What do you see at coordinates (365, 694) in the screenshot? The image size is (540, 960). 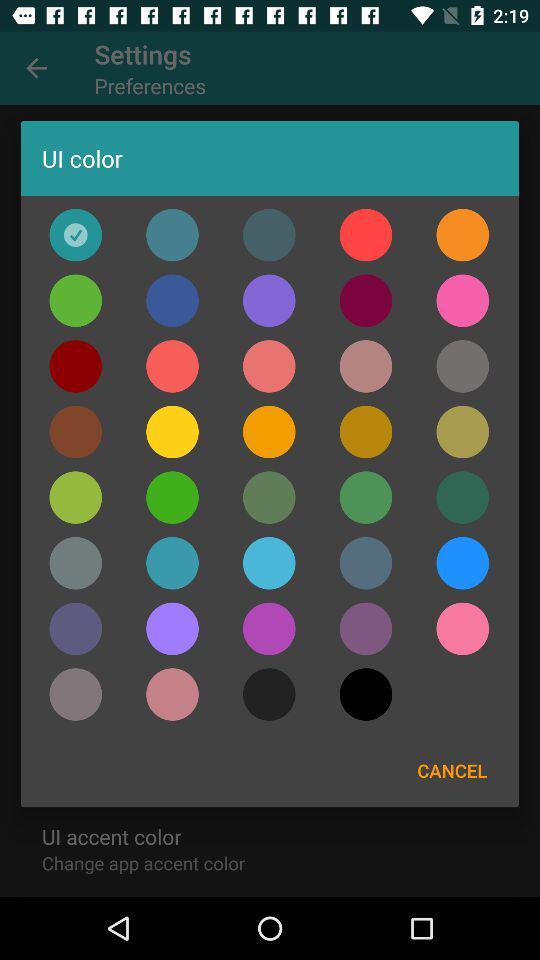 I see `coloring option` at bounding box center [365, 694].